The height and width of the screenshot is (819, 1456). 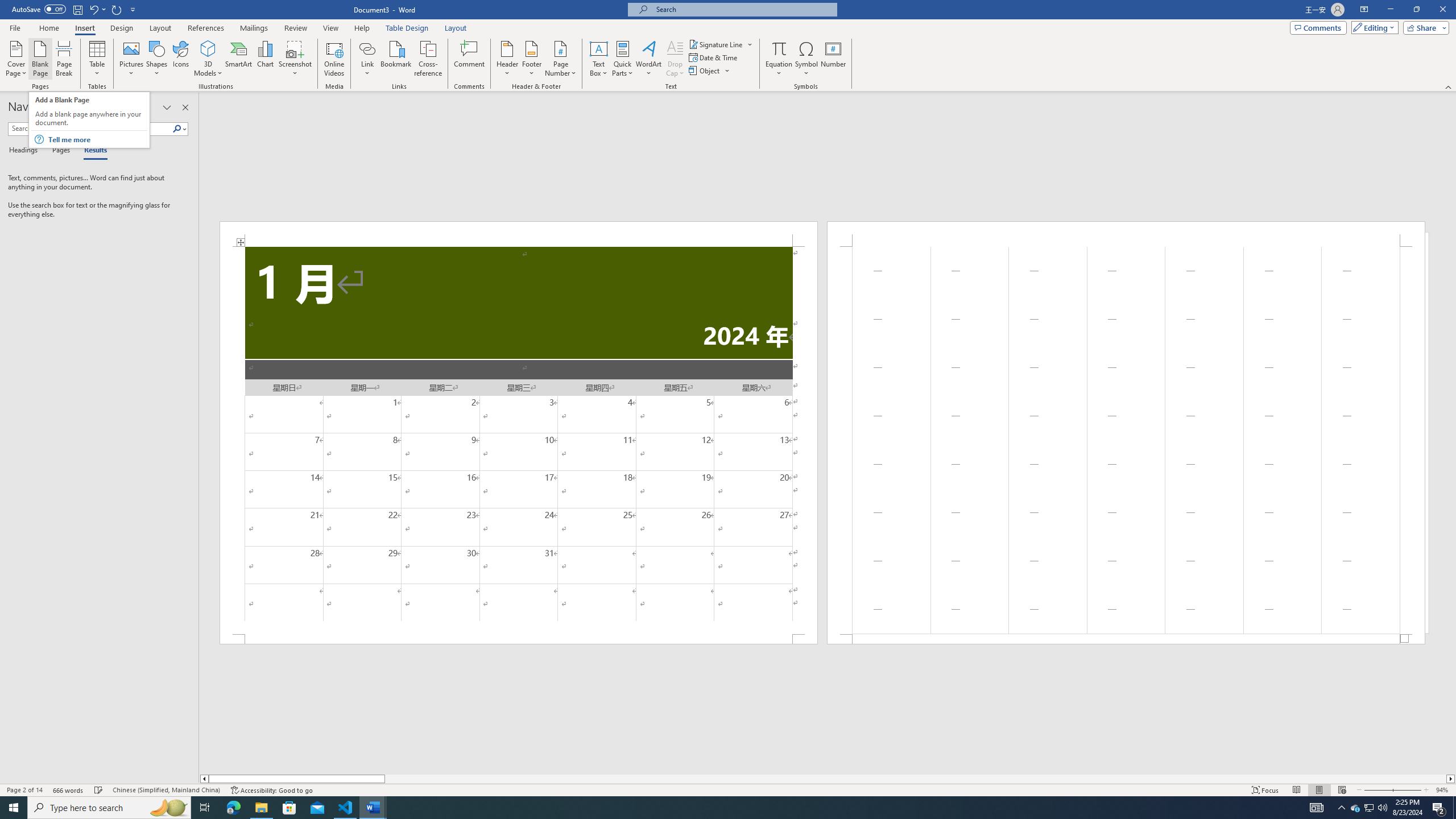 What do you see at coordinates (716, 44) in the screenshot?
I see `'Signature Line'` at bounding box center [716, 44].